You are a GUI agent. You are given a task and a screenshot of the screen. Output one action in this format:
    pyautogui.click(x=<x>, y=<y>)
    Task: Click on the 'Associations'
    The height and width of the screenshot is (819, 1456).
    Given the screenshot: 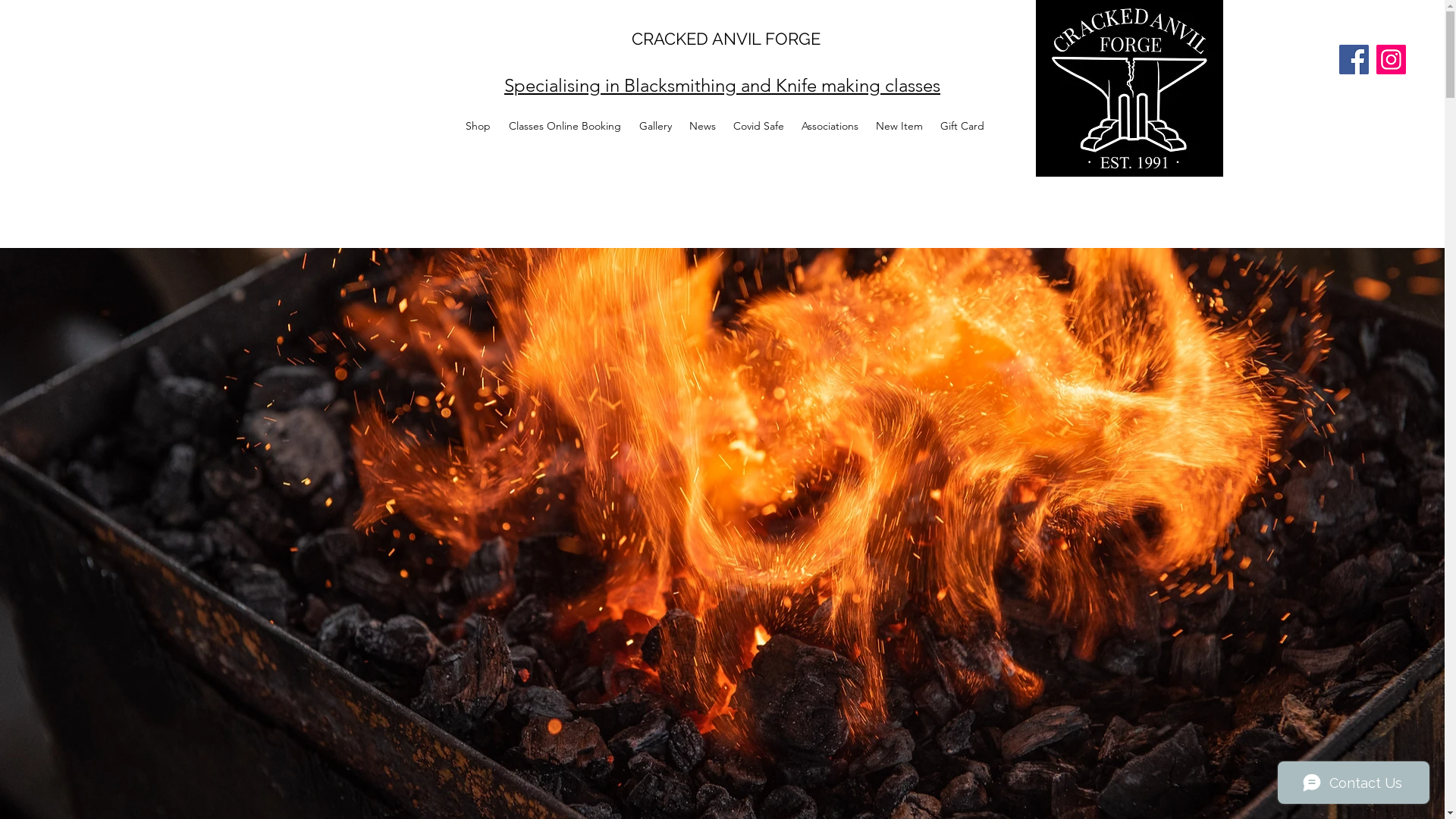 What is the action you would take?
    pyautogui.click(x=829, y=124)
    